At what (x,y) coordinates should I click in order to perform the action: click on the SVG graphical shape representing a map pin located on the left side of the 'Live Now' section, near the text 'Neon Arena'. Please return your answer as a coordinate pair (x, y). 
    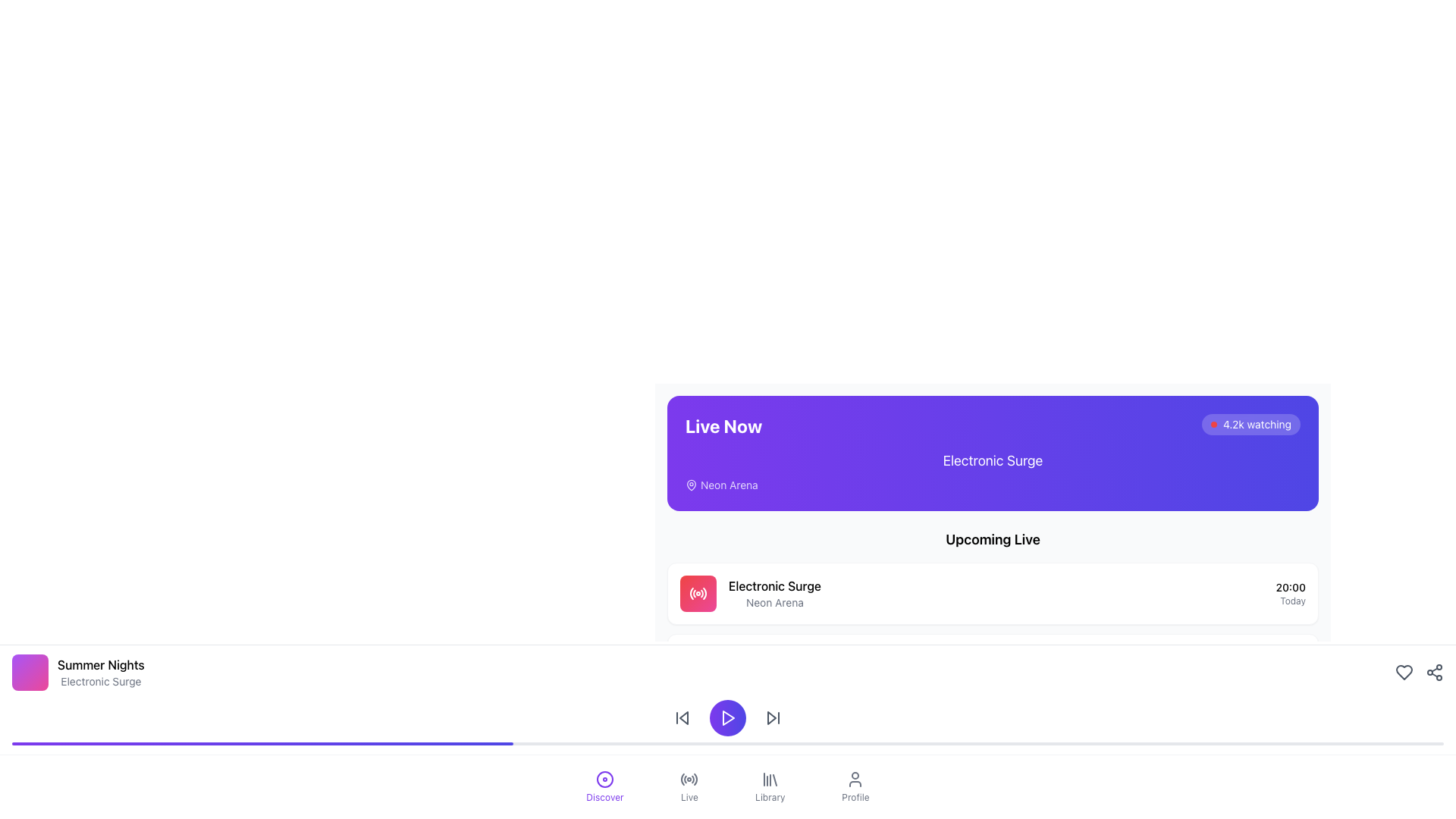
    Looking at the image, I should click on (691, 485).